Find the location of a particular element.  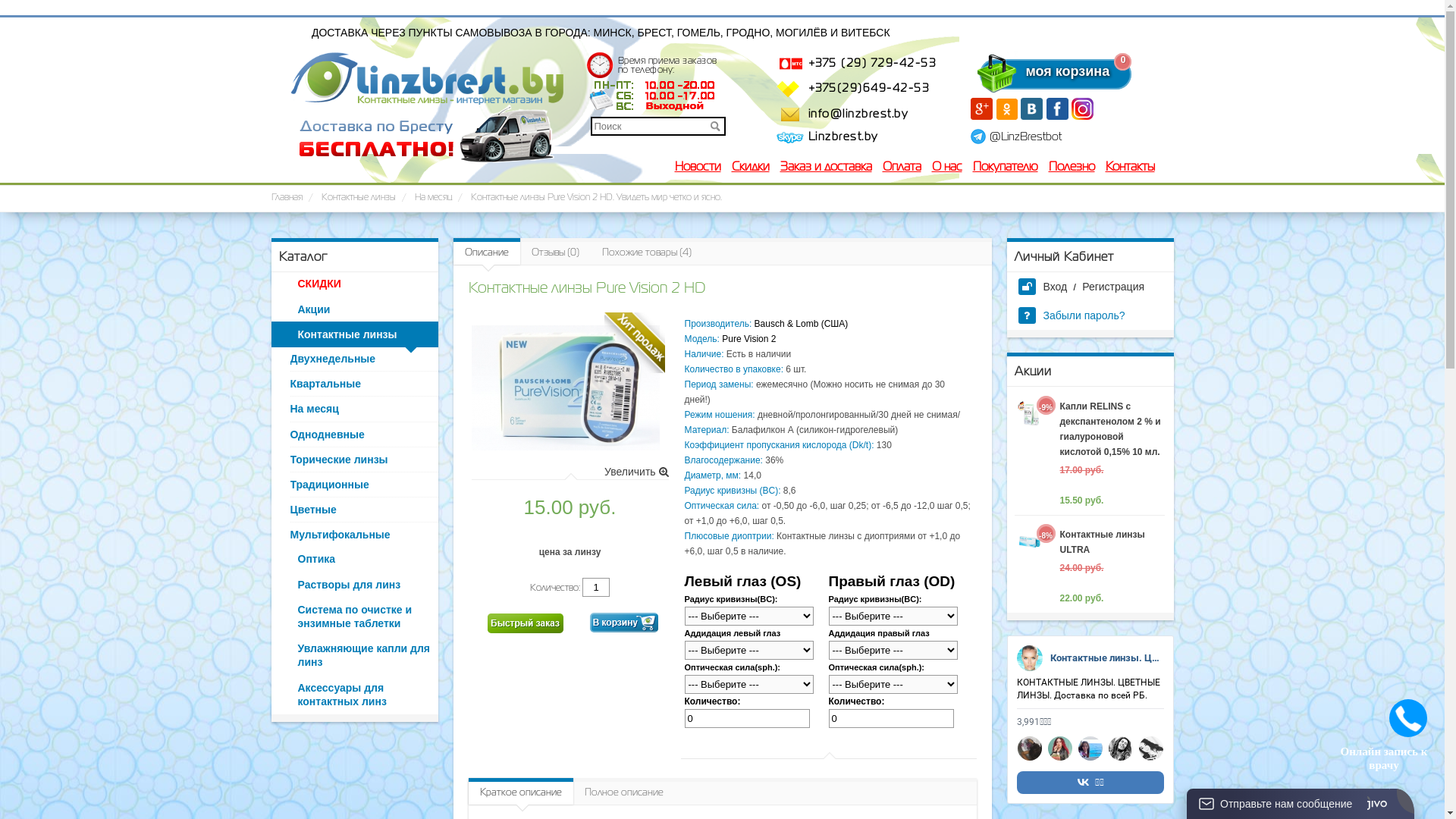

'@LinzBrestbot' is located at coordinates (1025, 137).